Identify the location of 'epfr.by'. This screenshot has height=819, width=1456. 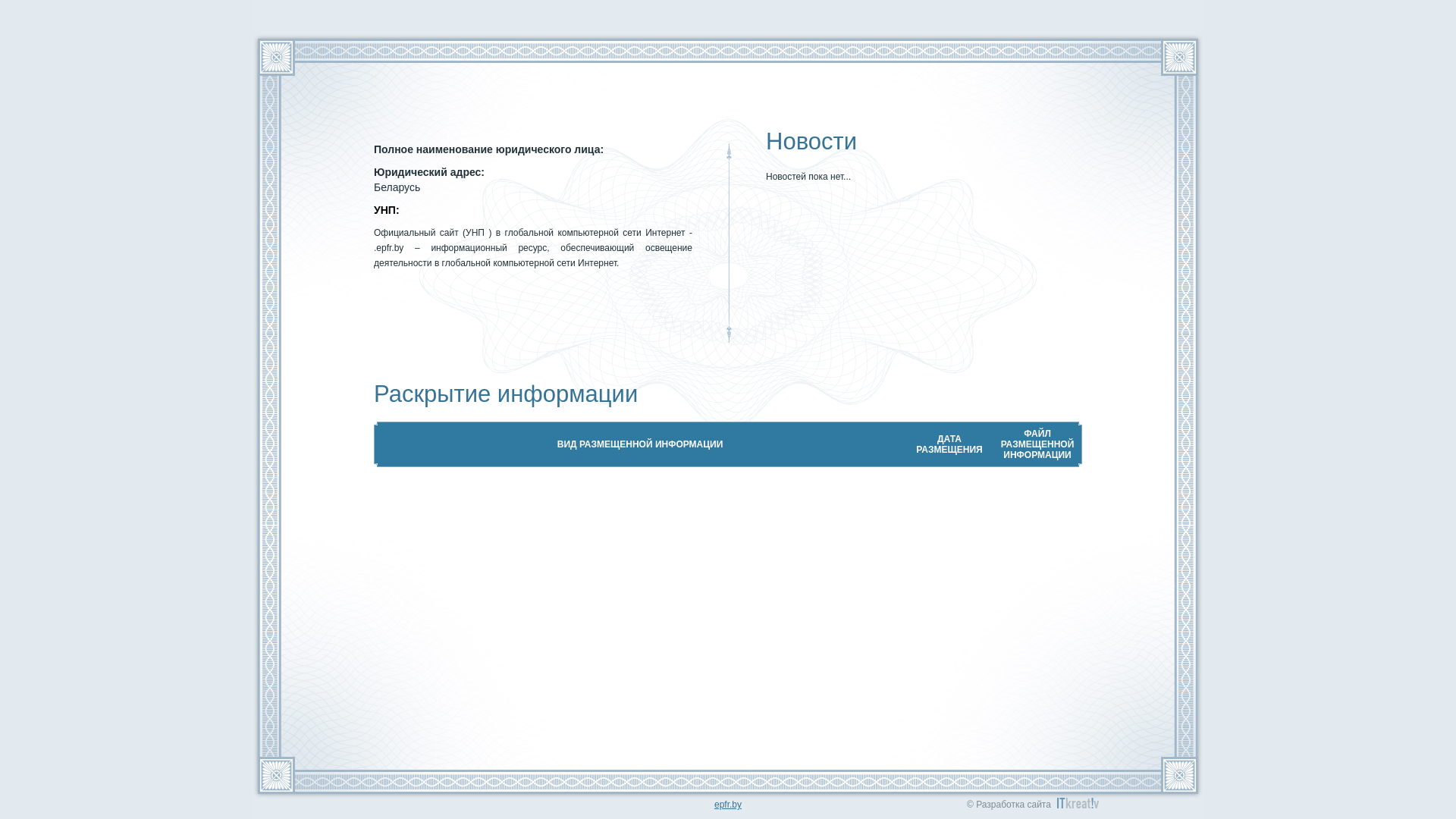
(728, 803).